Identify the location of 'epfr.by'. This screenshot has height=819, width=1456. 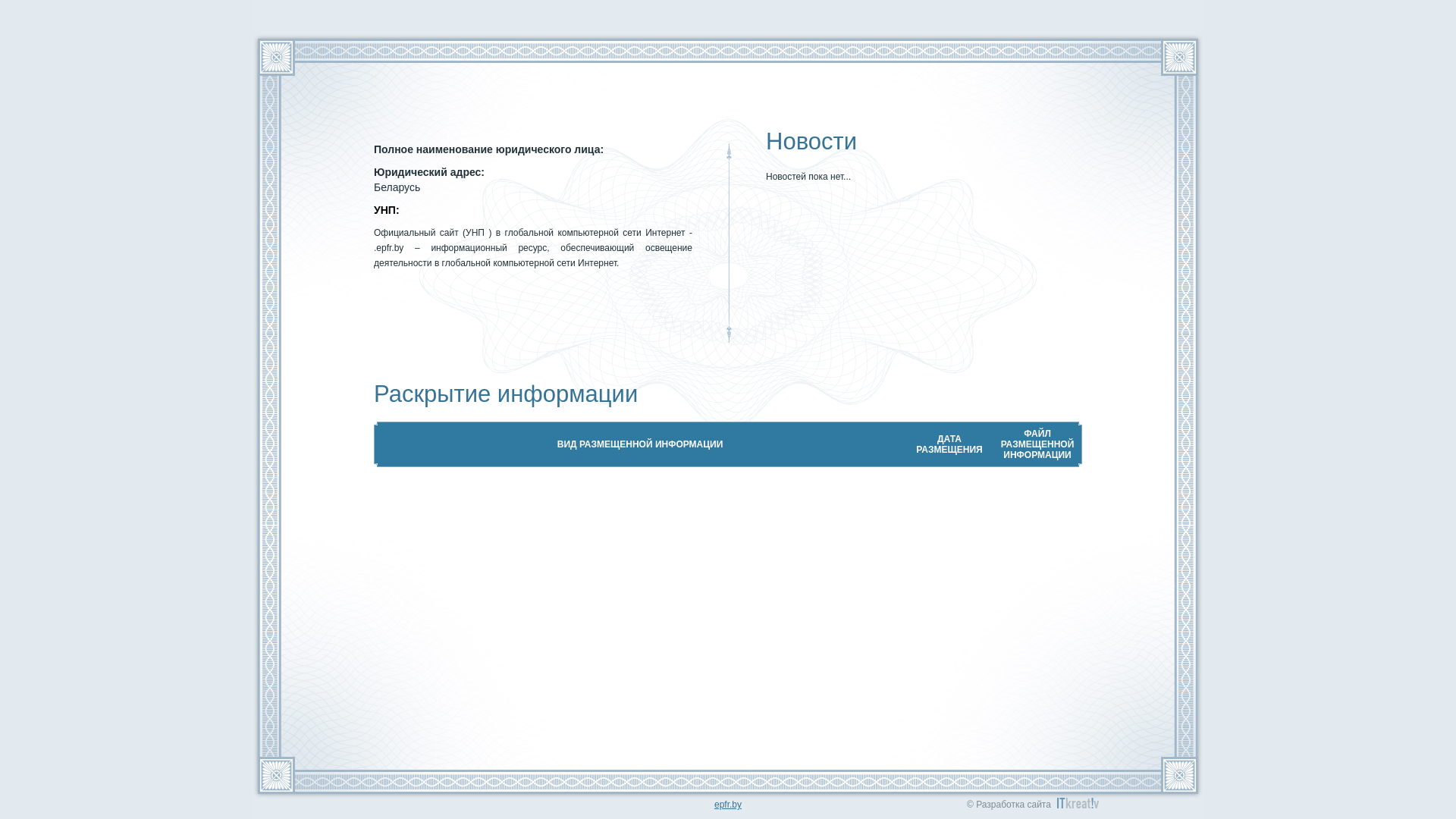
(728, 803).